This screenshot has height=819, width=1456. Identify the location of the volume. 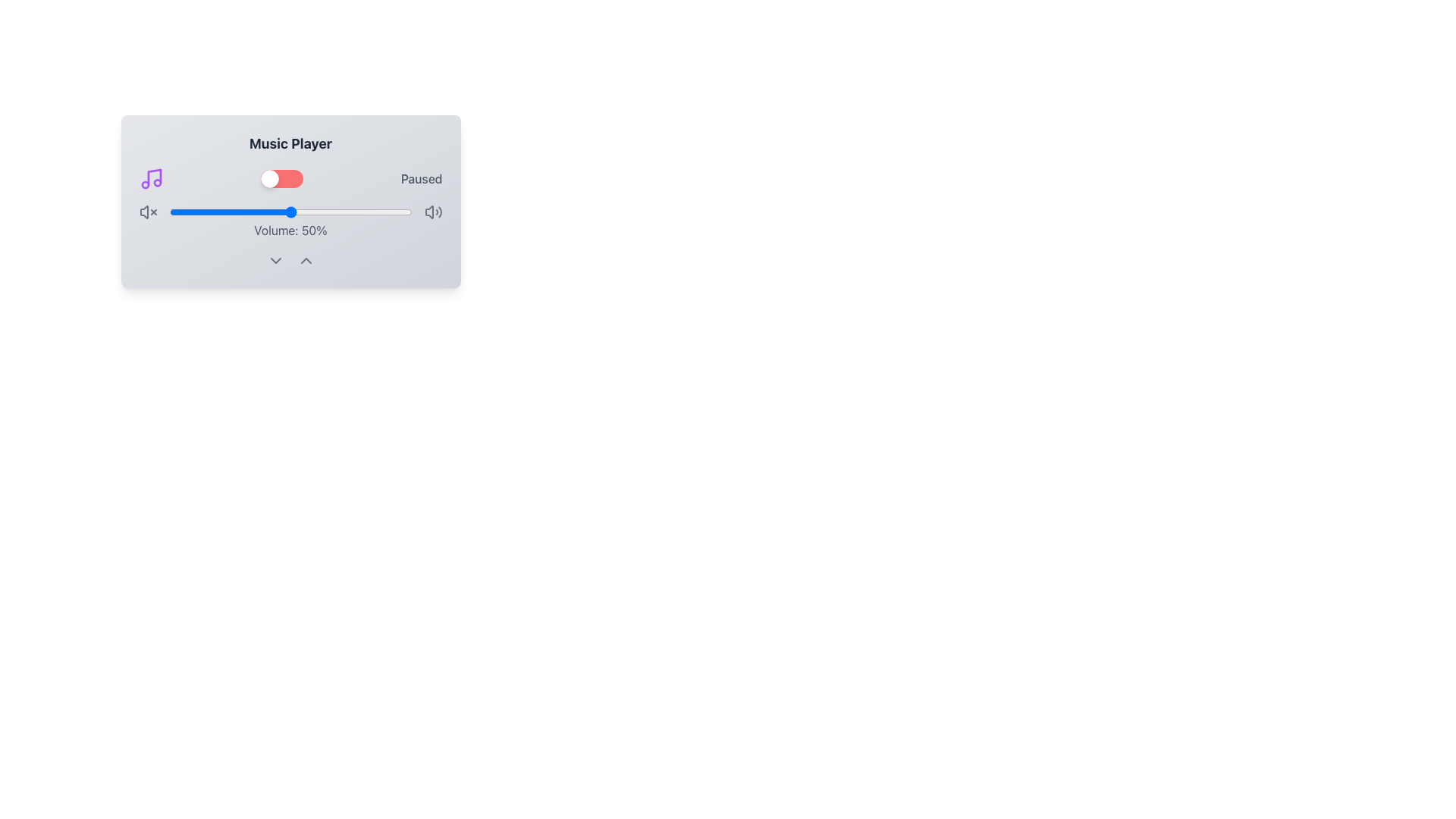
(293, 212).